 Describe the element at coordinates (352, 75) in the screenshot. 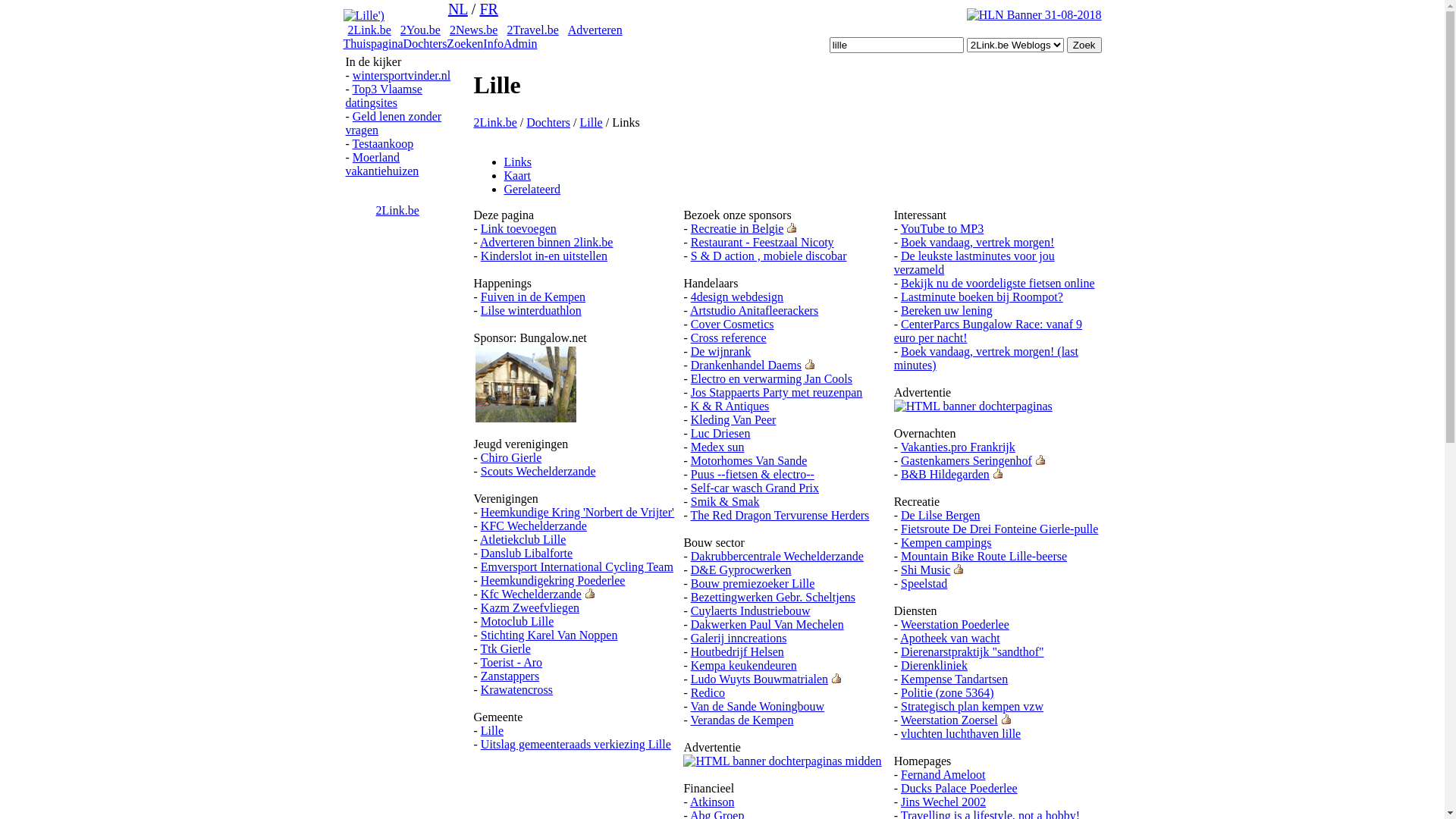

I see `'wintersportvinder.nl'` at that location.